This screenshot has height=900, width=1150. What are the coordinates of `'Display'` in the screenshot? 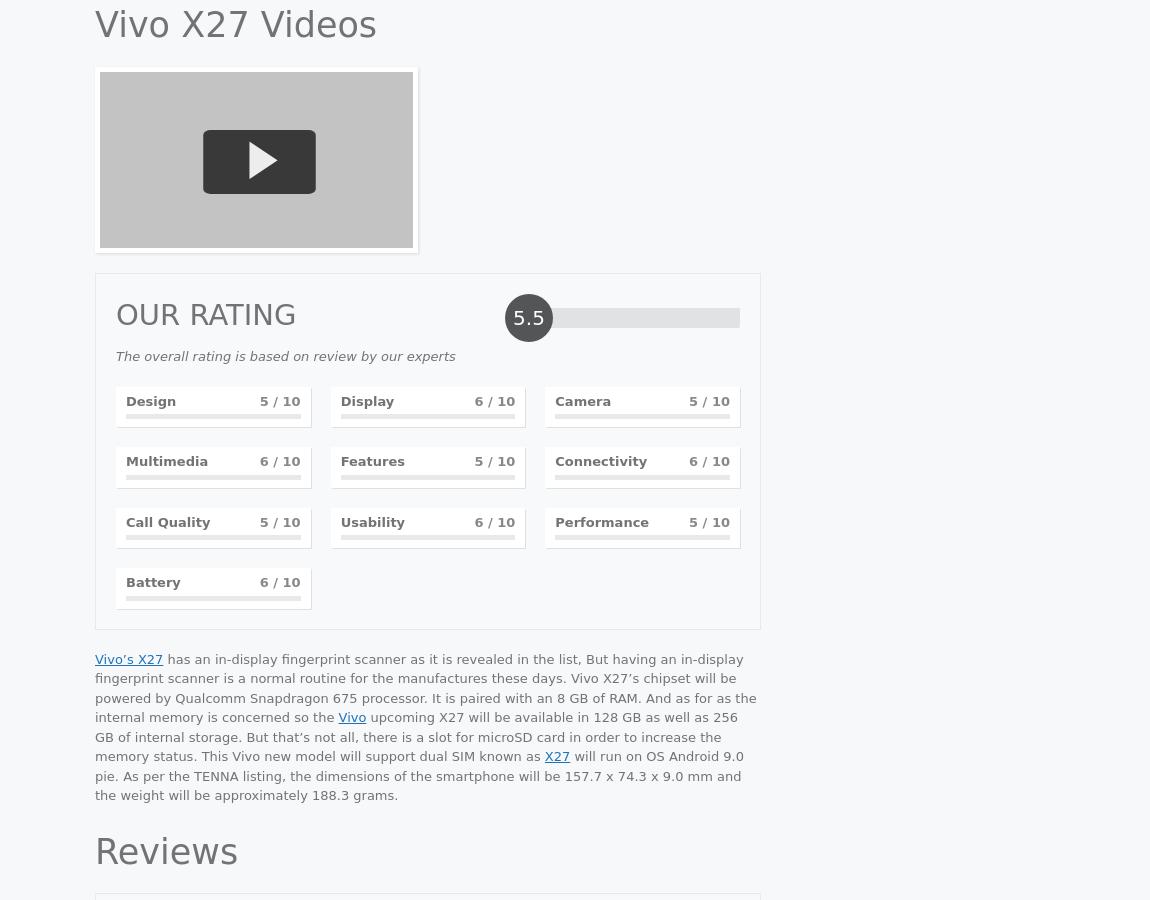 It's located at (340, 400).